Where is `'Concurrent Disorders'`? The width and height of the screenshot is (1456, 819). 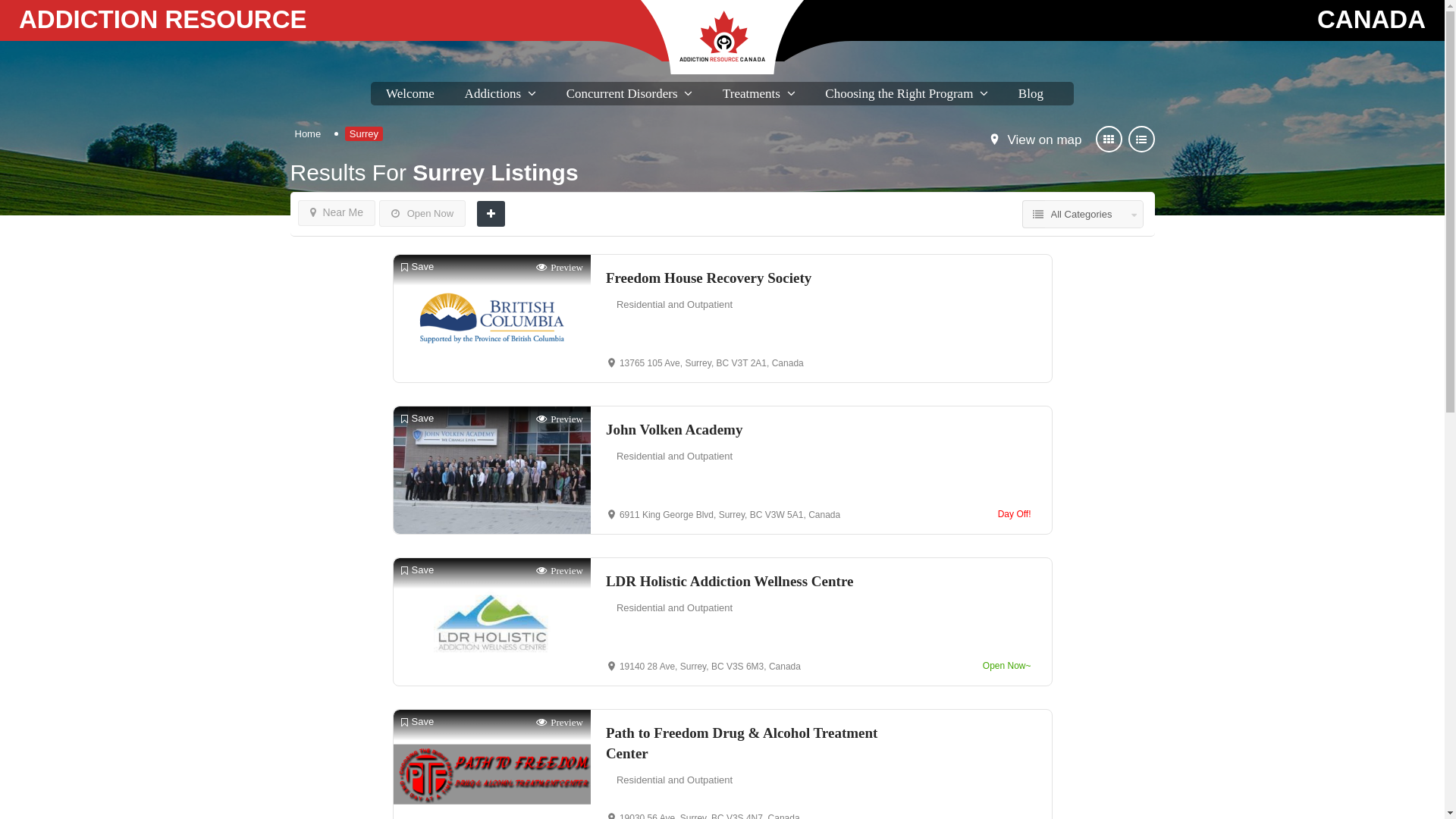 'Concurrent Disorders' is located at coordinates (566, 93).